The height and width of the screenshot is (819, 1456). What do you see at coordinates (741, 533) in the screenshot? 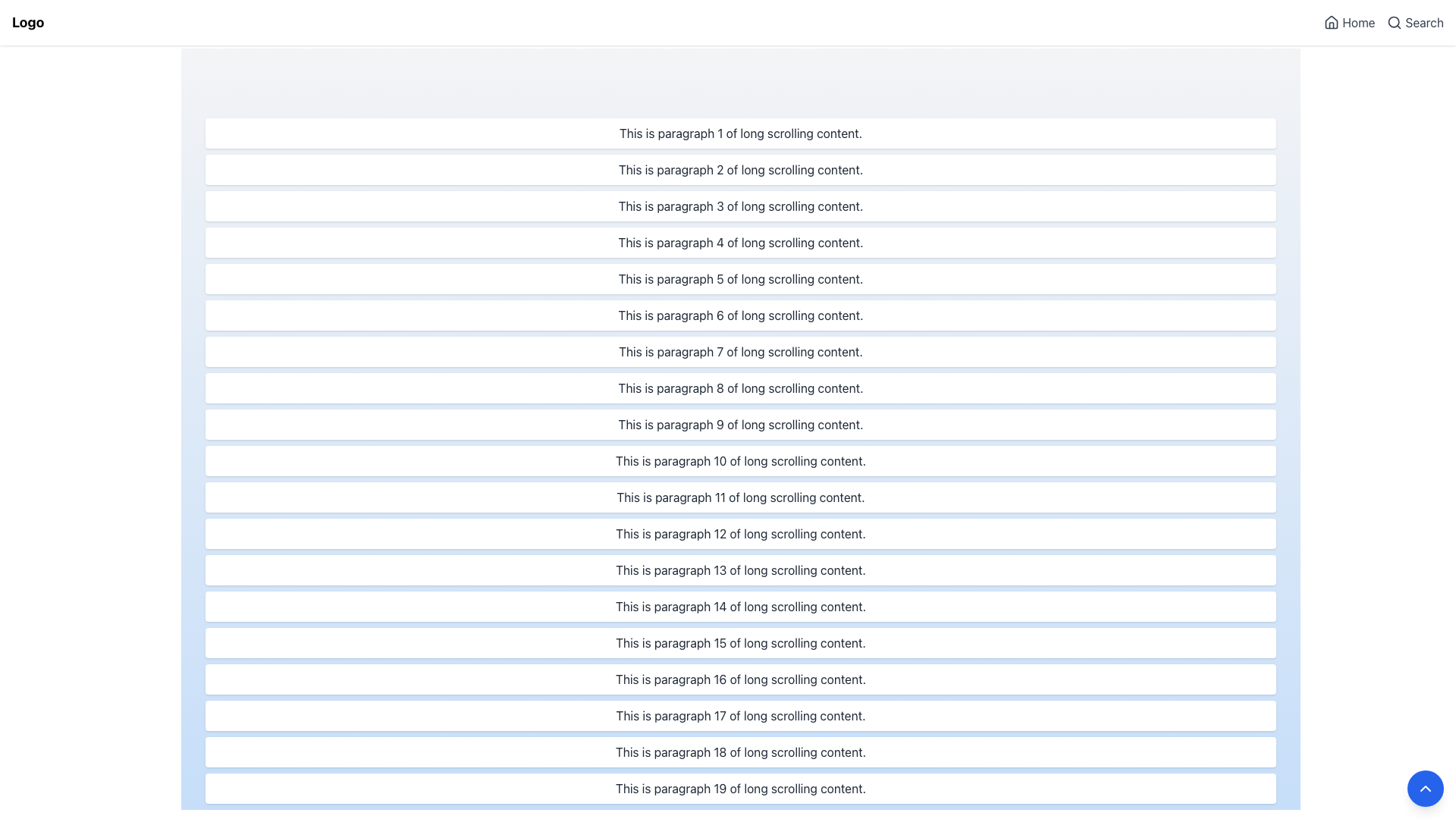
I see `text from the 12th paragraph component that contains the text 'This is paragraph 12 of long scrolling content.'` at bounding box center [741, 533].